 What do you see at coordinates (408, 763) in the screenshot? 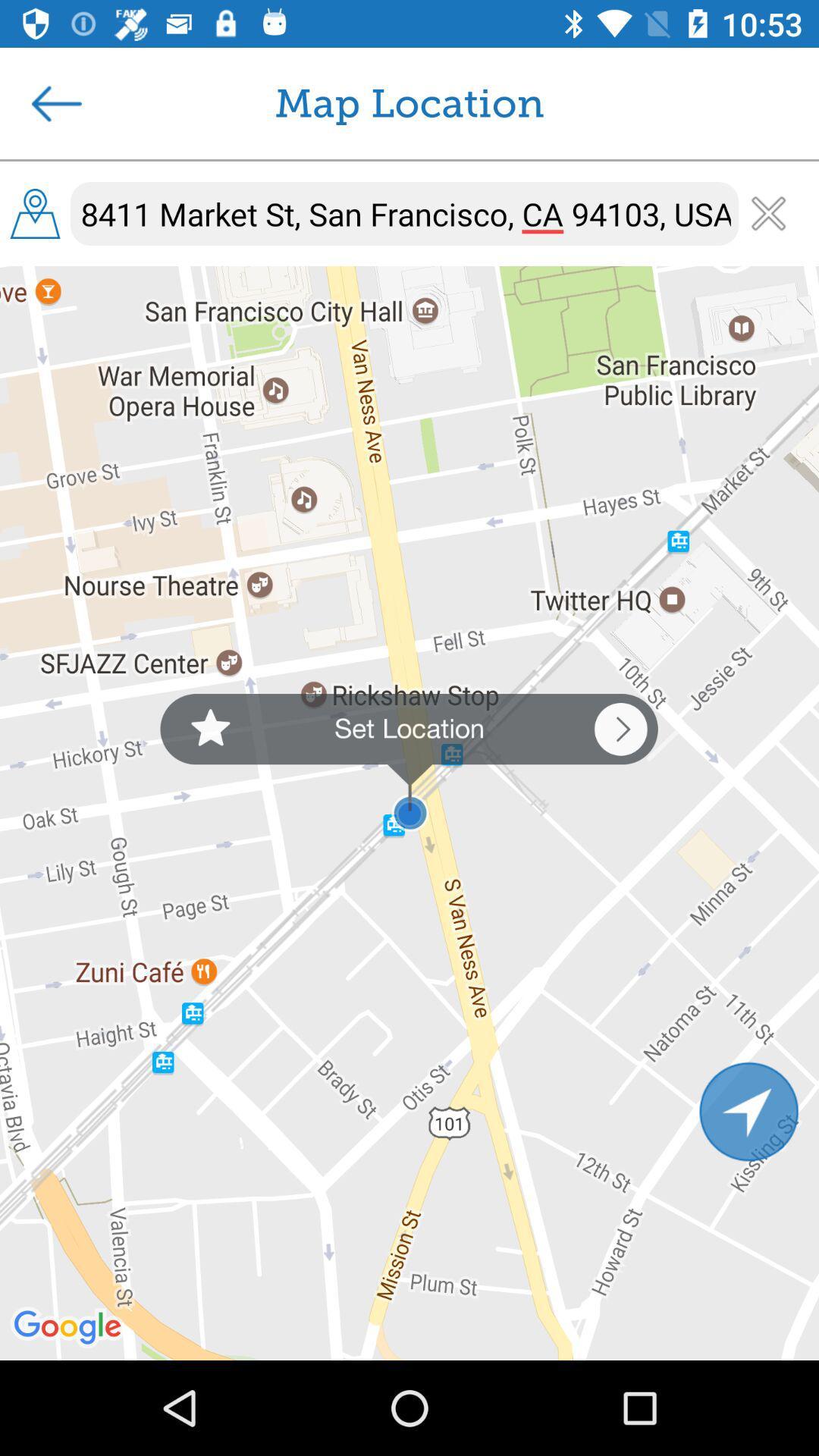
I see `sets the shown location as my location` at bounding box center [408, 763].